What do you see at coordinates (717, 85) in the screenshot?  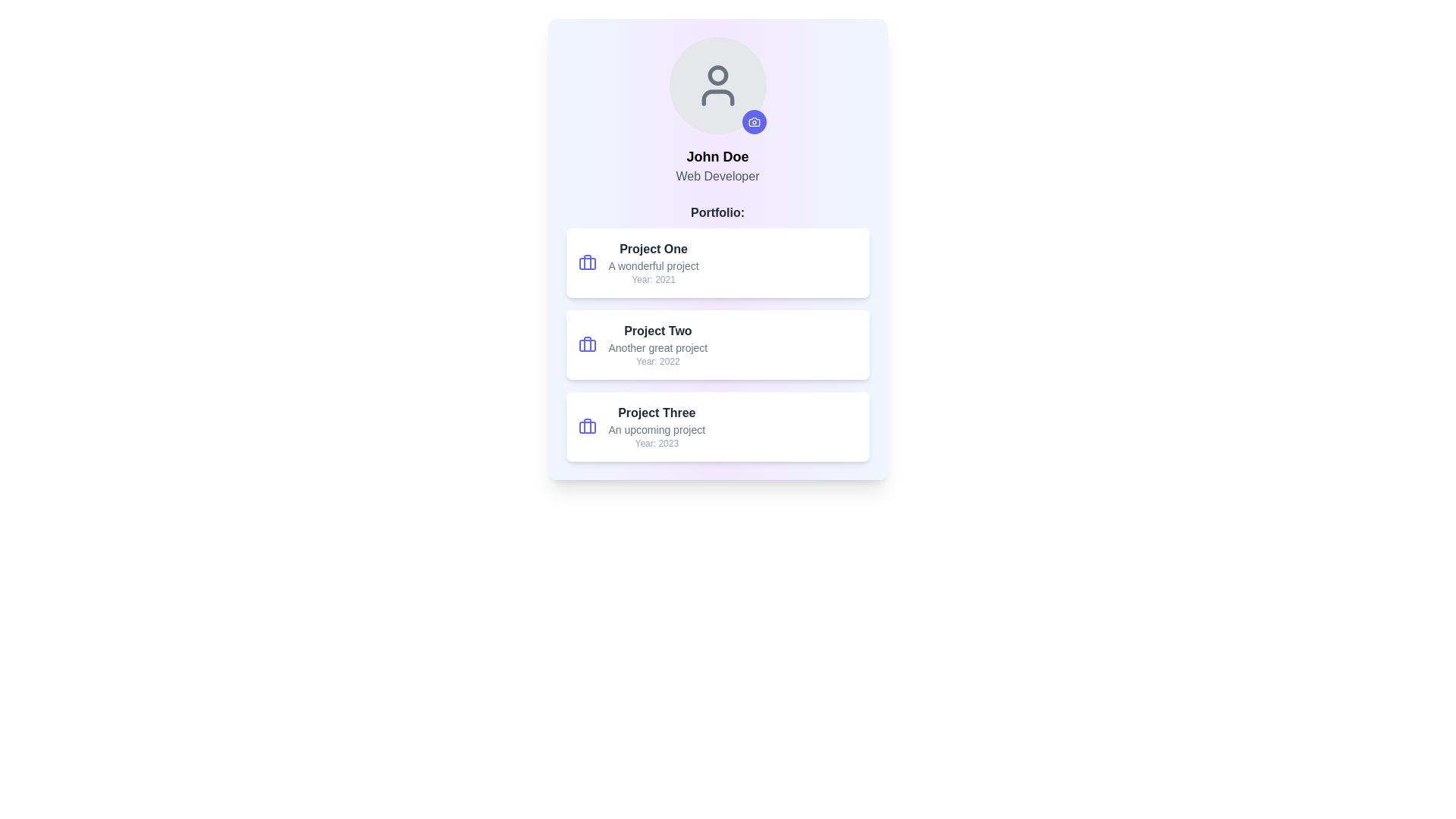 I see `the Circular profile icon located centrally in the card, above the text 'John Doe' and 'Web Developer', which serves as a profile picture placeholder` at bounding box center [717, 85].